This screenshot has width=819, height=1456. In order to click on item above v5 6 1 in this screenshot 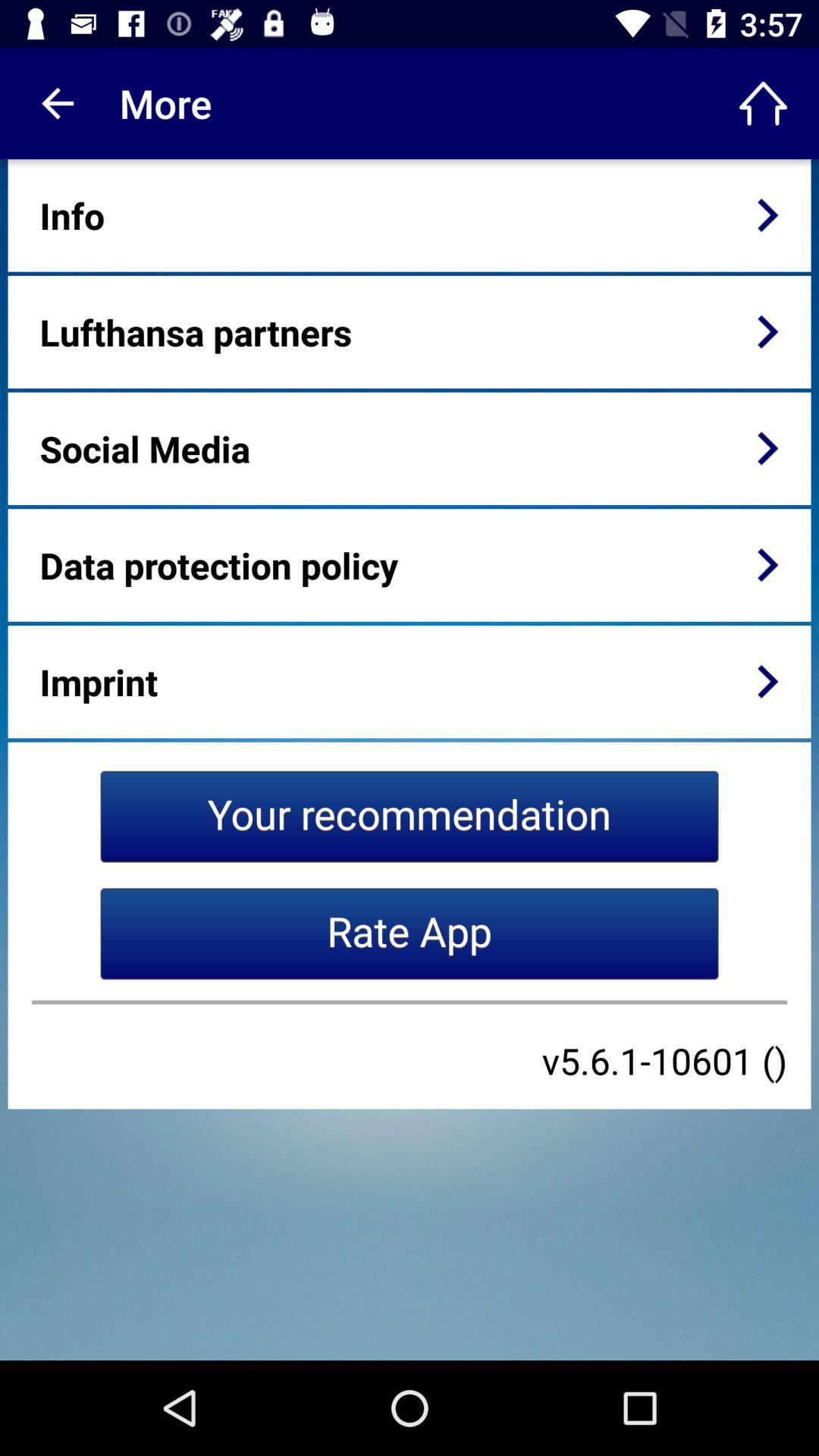, I will do `click(409, 1002)`.